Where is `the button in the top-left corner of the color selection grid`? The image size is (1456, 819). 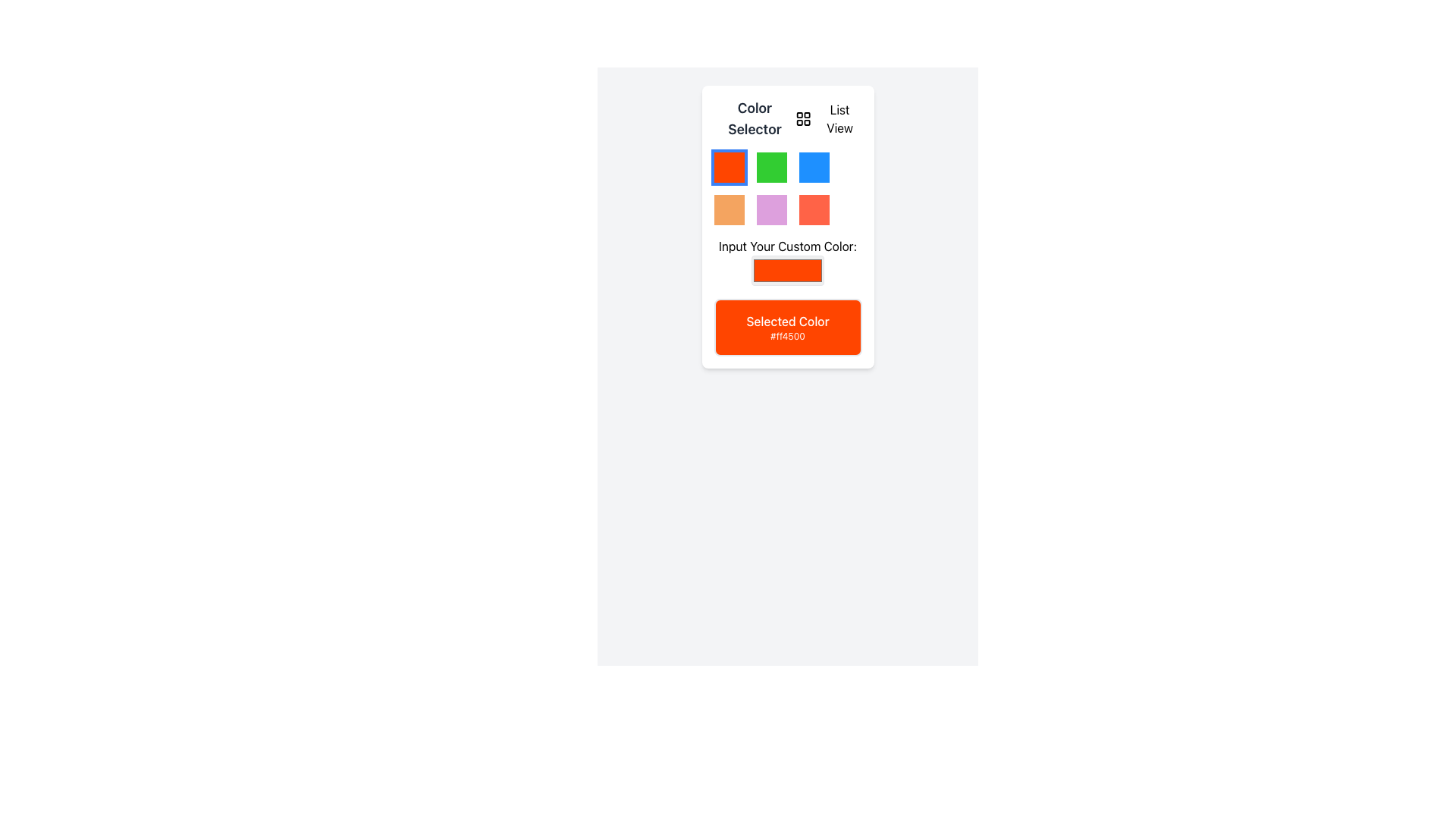 the button in the top-left corner of the color selection grid is located at coordinates (729, 167).